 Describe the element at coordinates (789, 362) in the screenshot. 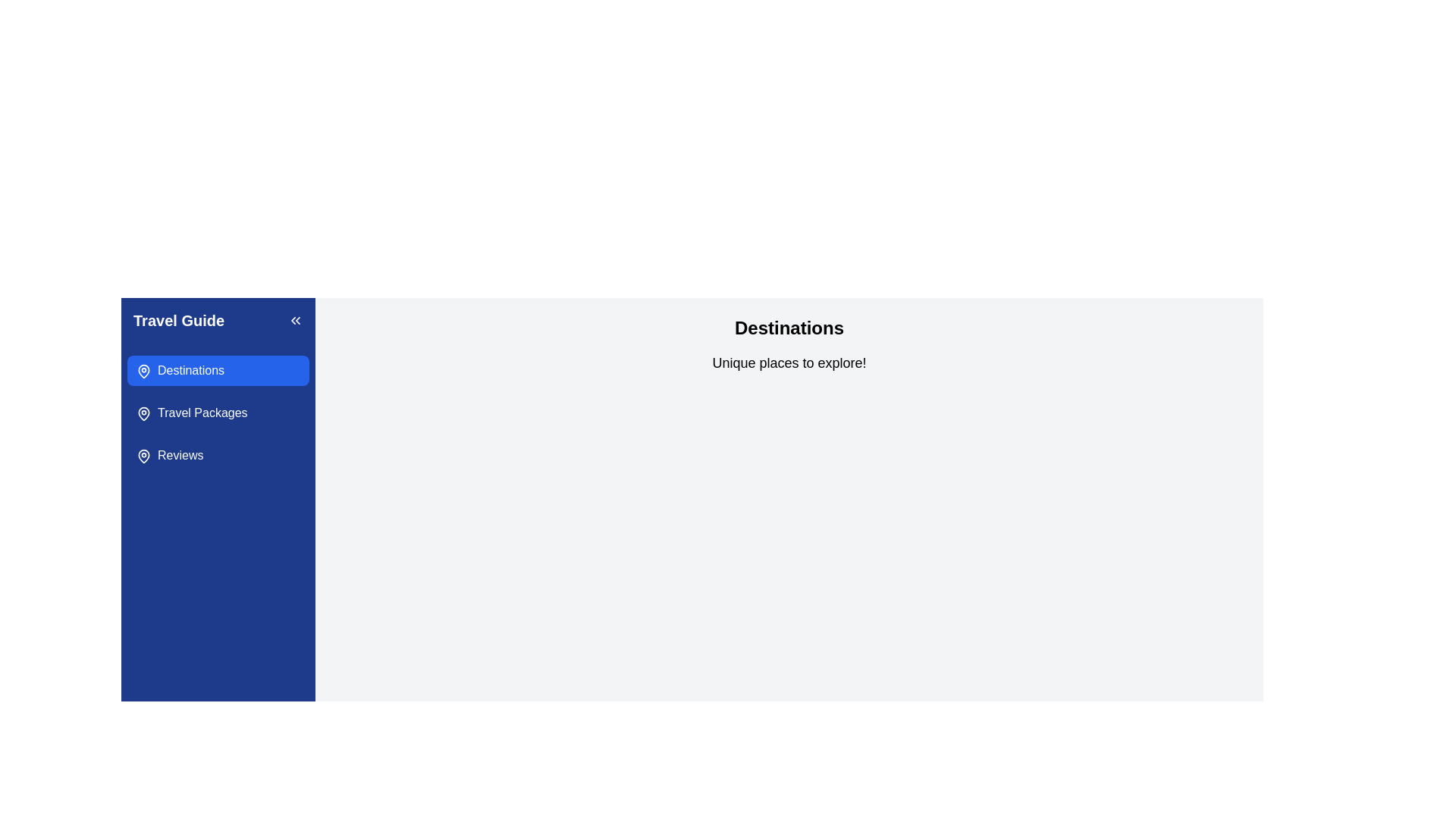

I see `the descriptive subtitle located directly below the 'Destinations' header in the main content area` at that location.